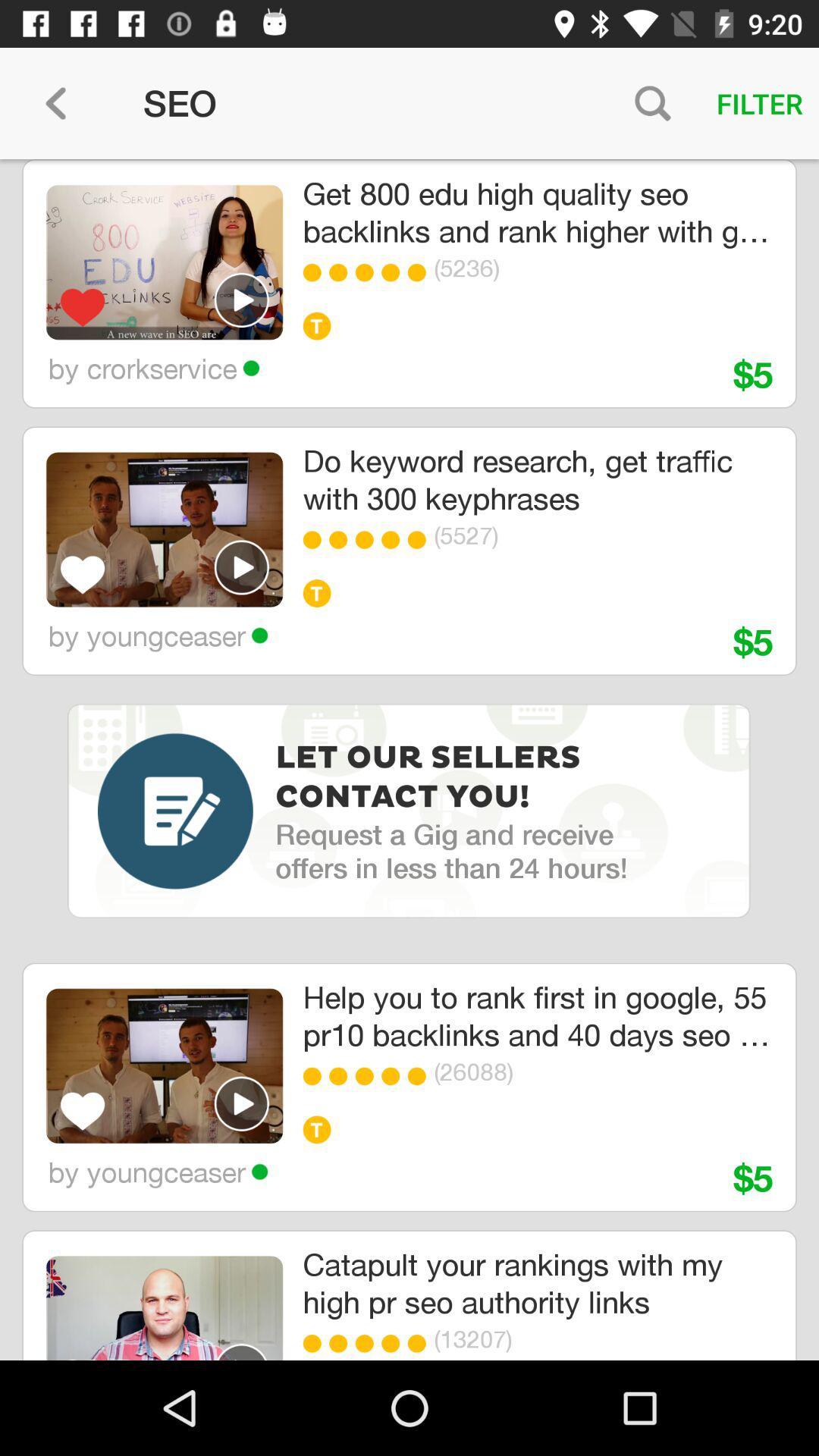 The width and height of the screenshot is (819, 1456). I want to click on the (13207) icon, so click(579, 1338).